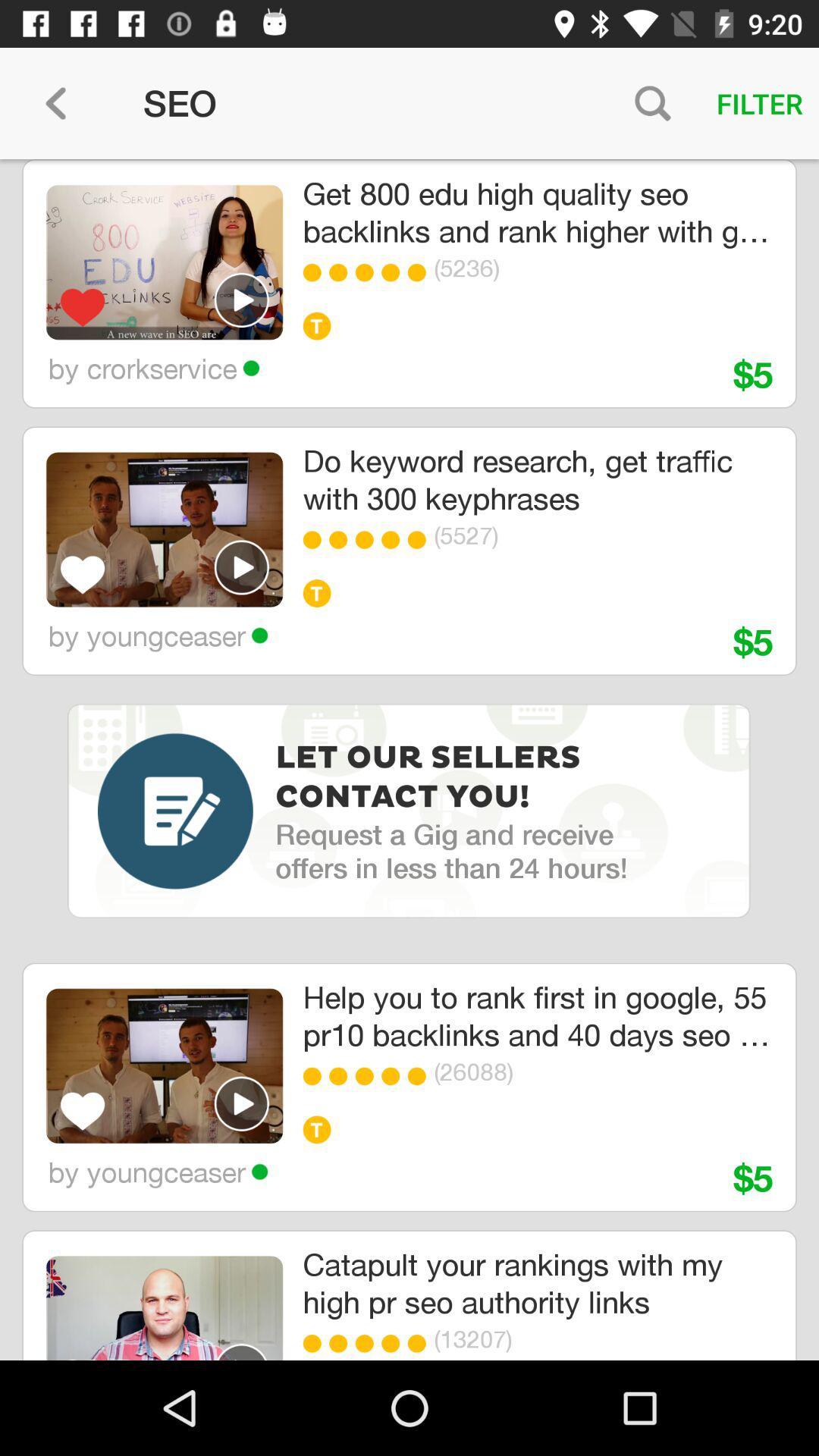 The width and height of the screenshot is (819, 1456). I want to click on the (13207) icon, so click(579, 1338).